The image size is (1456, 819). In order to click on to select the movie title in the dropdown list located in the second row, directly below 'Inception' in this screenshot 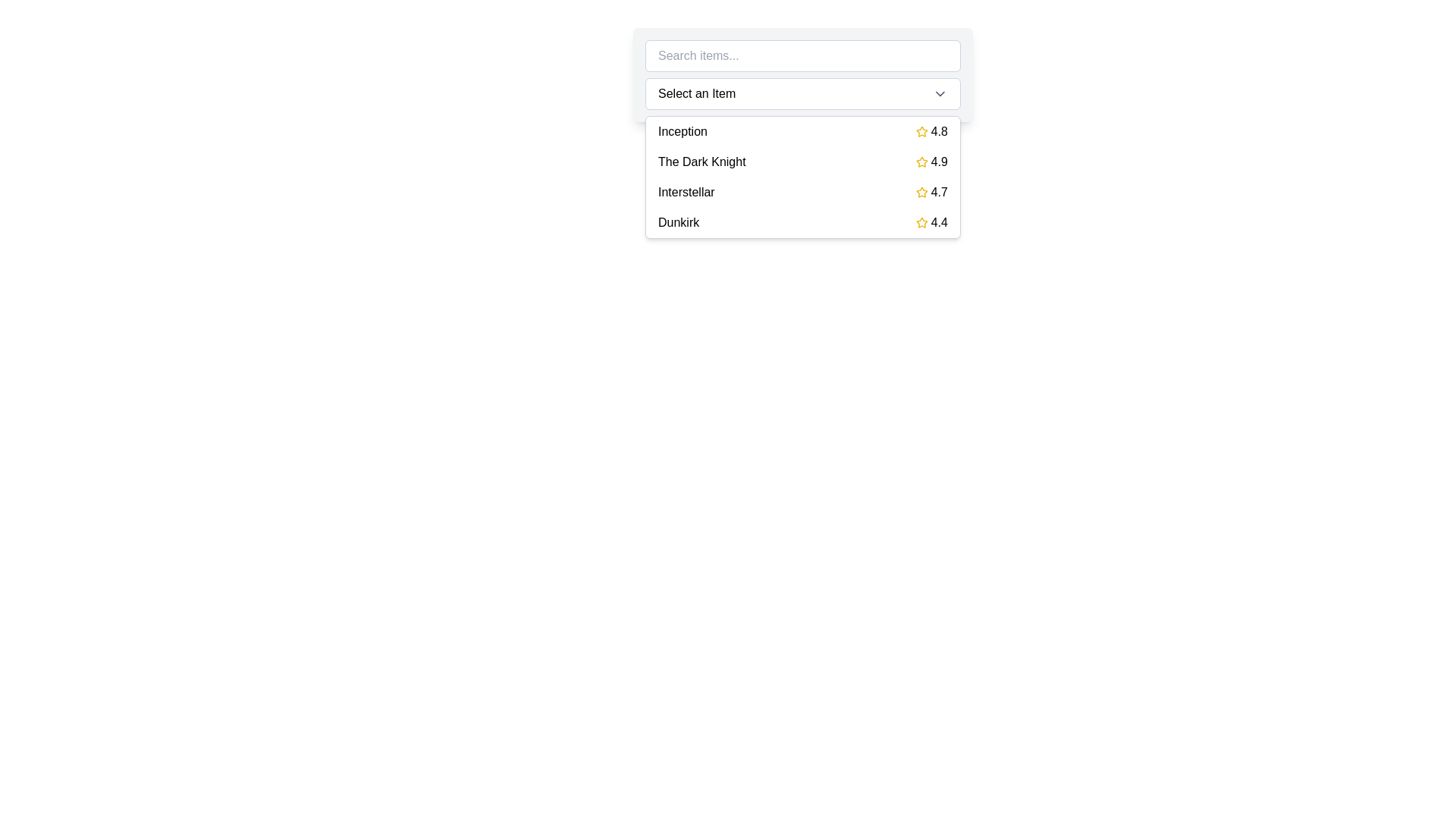, I will do `click(701, 162)`.